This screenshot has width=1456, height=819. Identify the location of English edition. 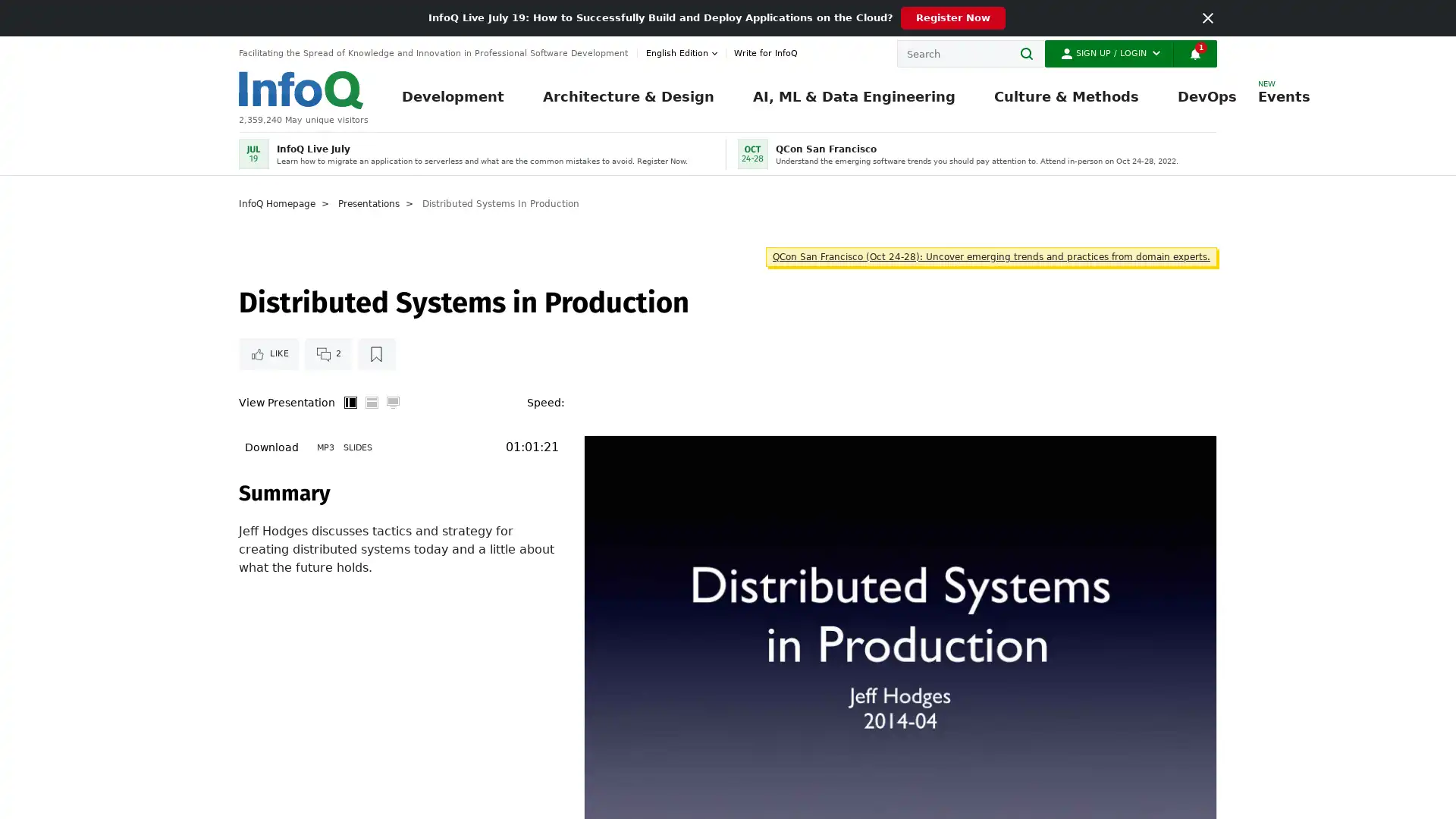
(683, 52).